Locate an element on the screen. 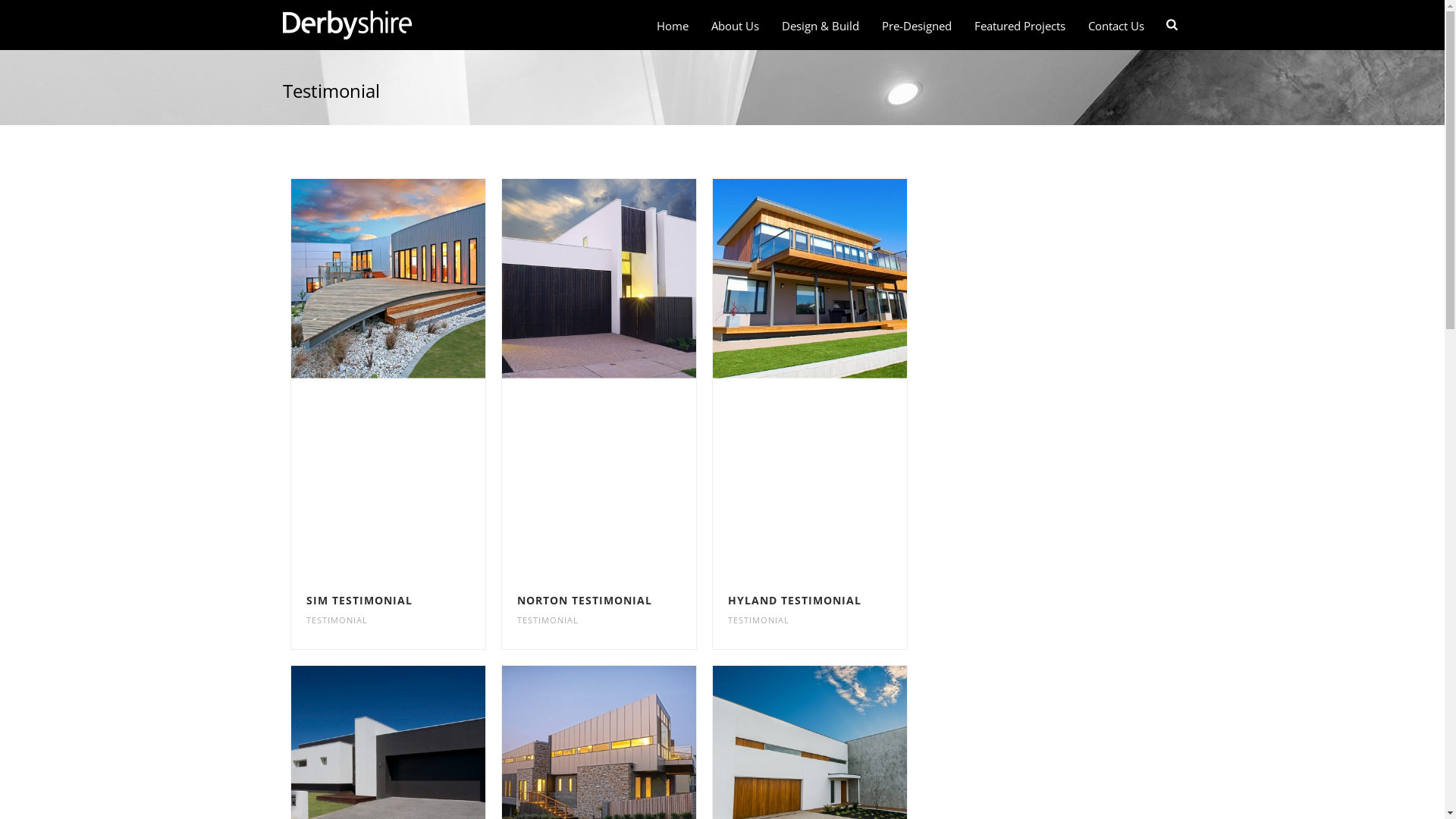 This screenshot has height=819, width=1456. 'TESTIMONIAL' is located at coordinates (305, 620).